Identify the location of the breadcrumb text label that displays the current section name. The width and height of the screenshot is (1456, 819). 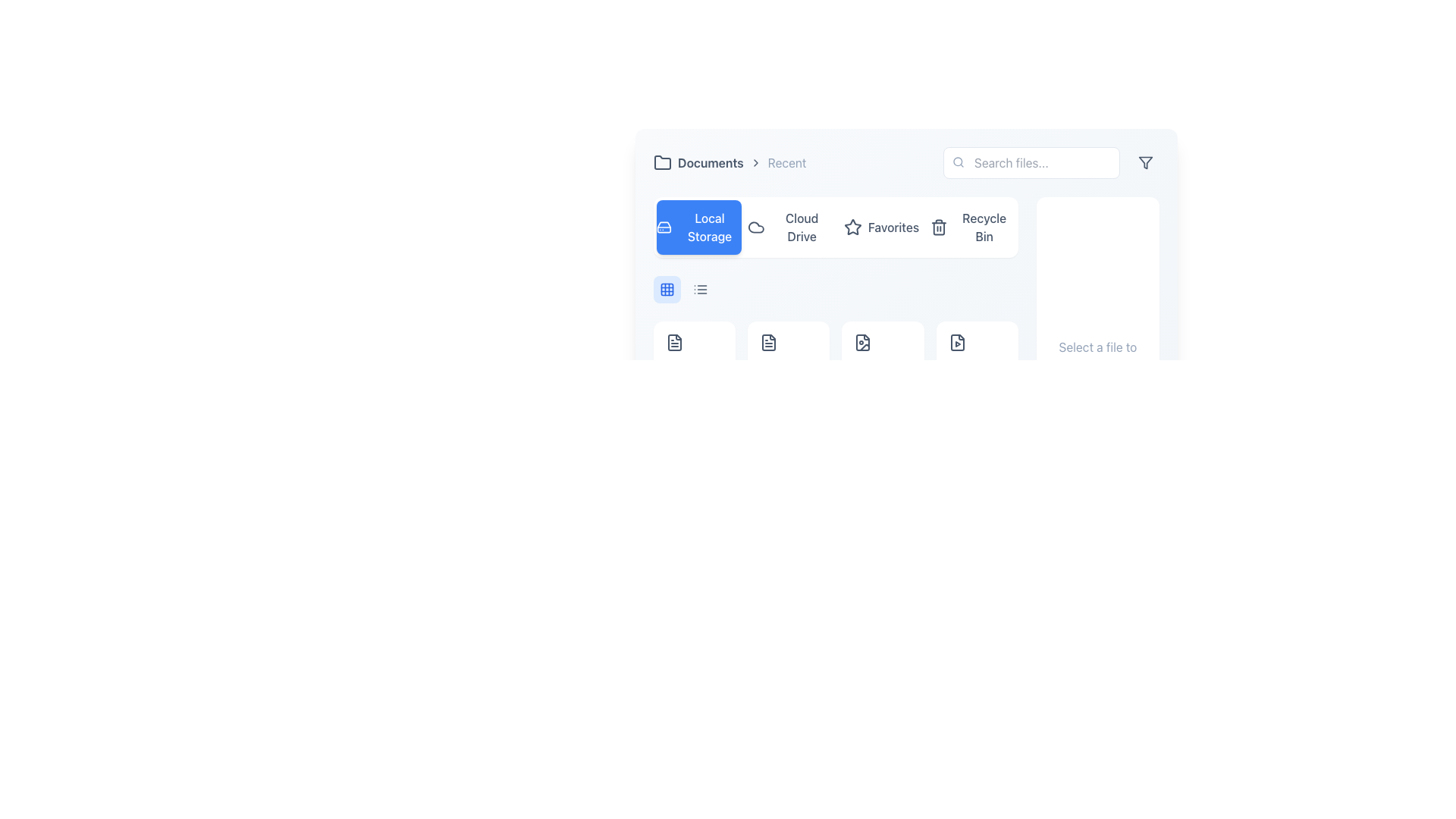
(710, 163).